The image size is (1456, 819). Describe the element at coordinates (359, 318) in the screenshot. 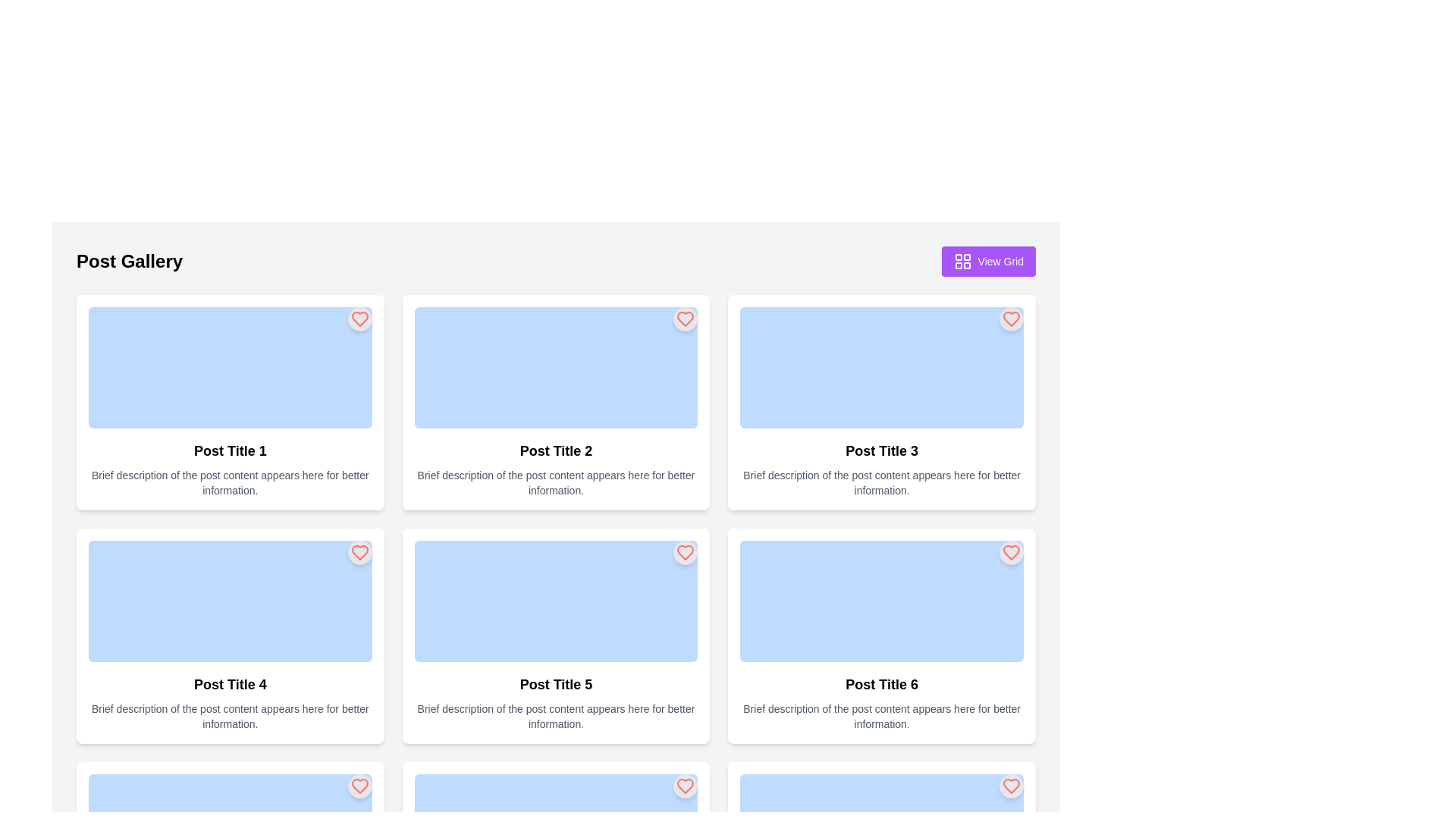

I see `the like button located` at that location.